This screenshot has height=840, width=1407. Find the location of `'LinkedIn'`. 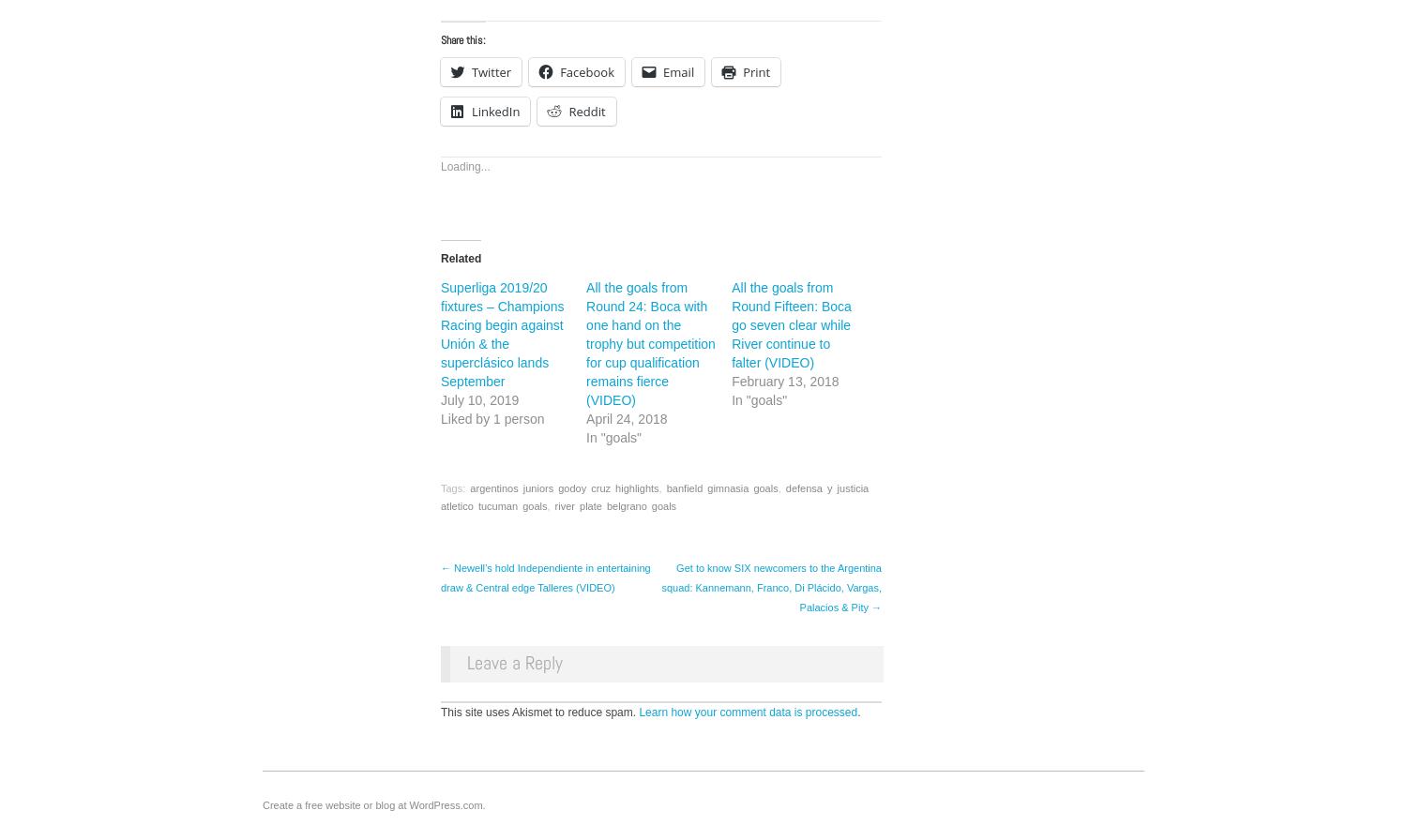

'LinkedIn' is located at coordinates (495, 111).